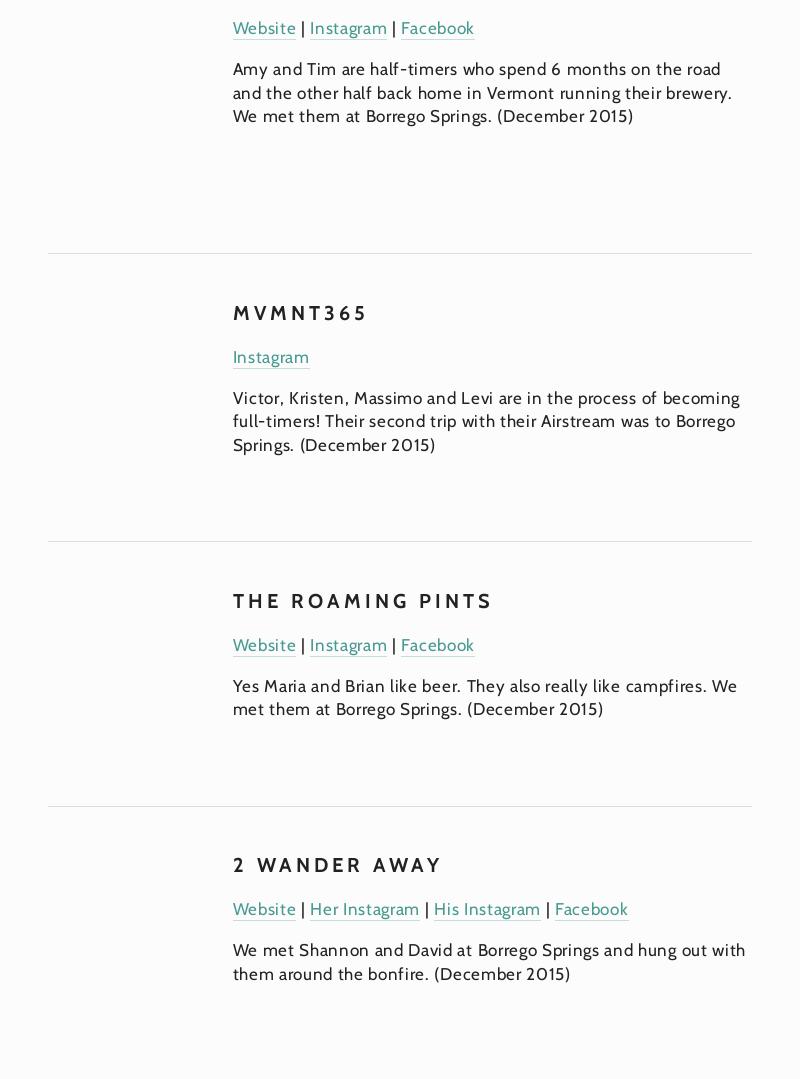 The height and width of the screenshot is (1079, 800). Describe the element at coordinates (487, 697) in the screenshot. I see `'Yes Maria and Brian like beer. They also really like campfires. We met them at Borrego Springs. (December 2015)'` at that location.